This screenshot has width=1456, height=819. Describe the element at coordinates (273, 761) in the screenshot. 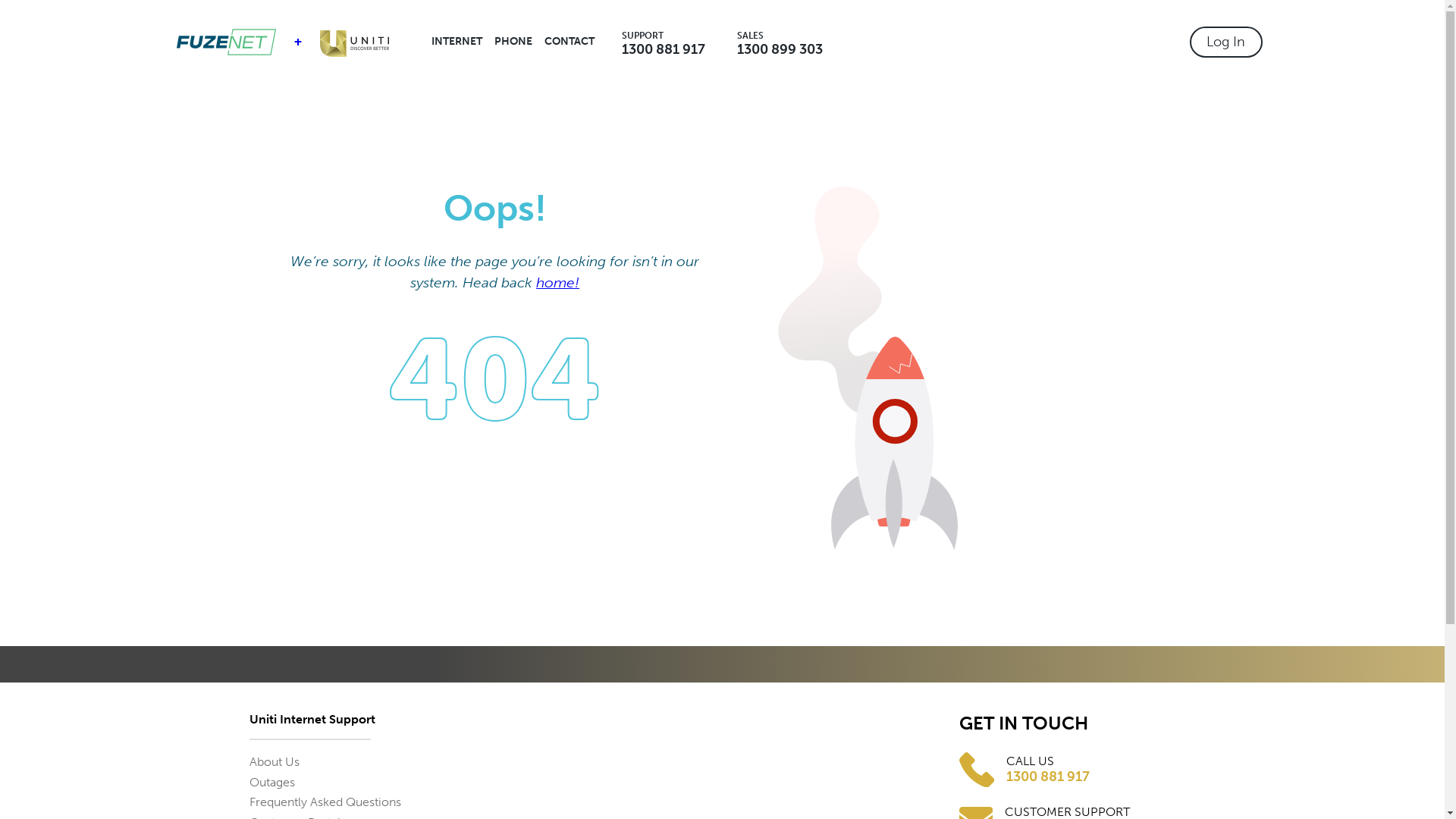

I see `'About Us'` at that location.